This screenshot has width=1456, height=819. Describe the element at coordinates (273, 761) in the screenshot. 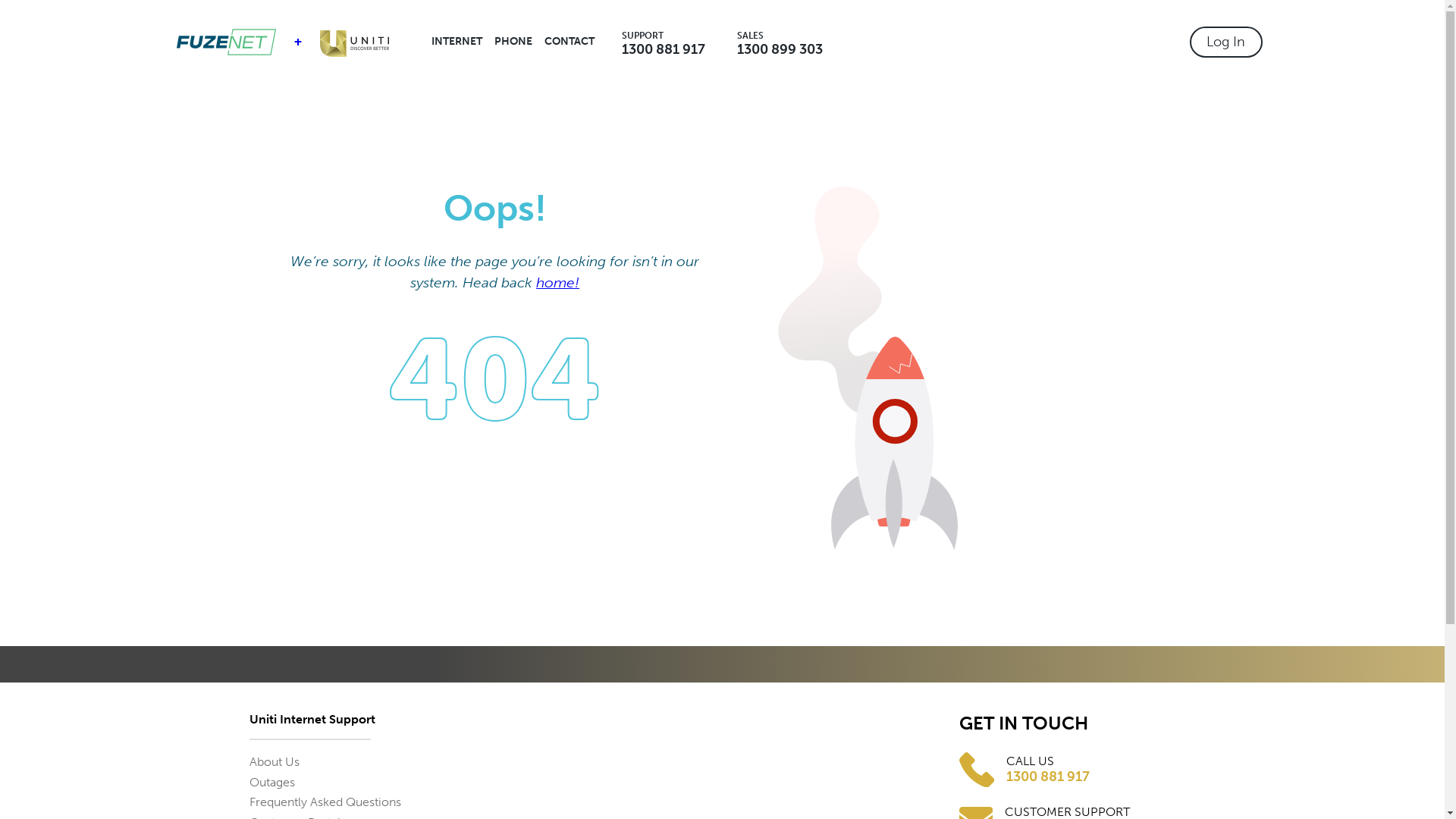

I see `'About Us'` at that location.